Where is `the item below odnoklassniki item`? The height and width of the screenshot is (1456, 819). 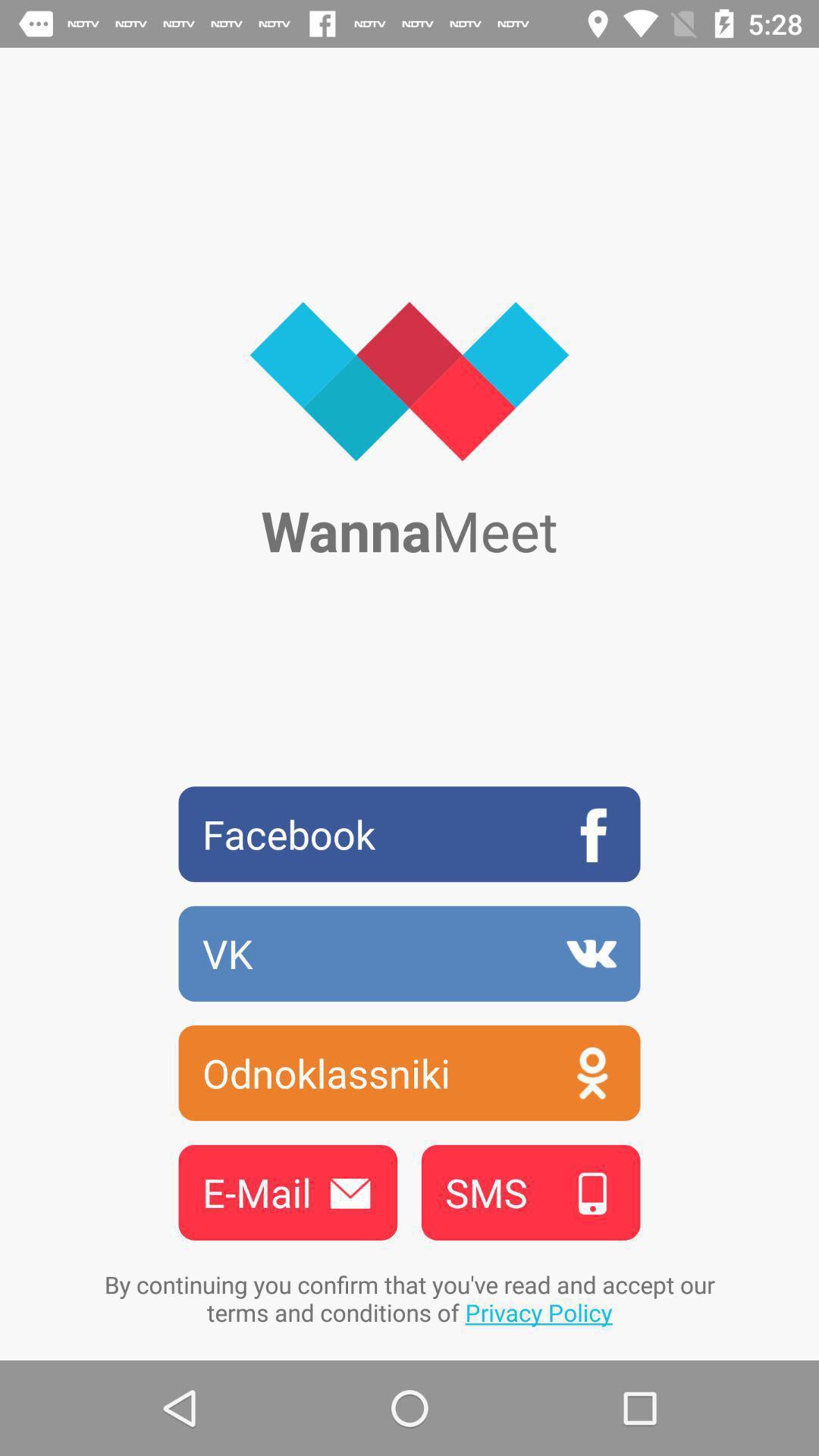 the item below odnoklassniki item is located at coordinates (287, 1191).